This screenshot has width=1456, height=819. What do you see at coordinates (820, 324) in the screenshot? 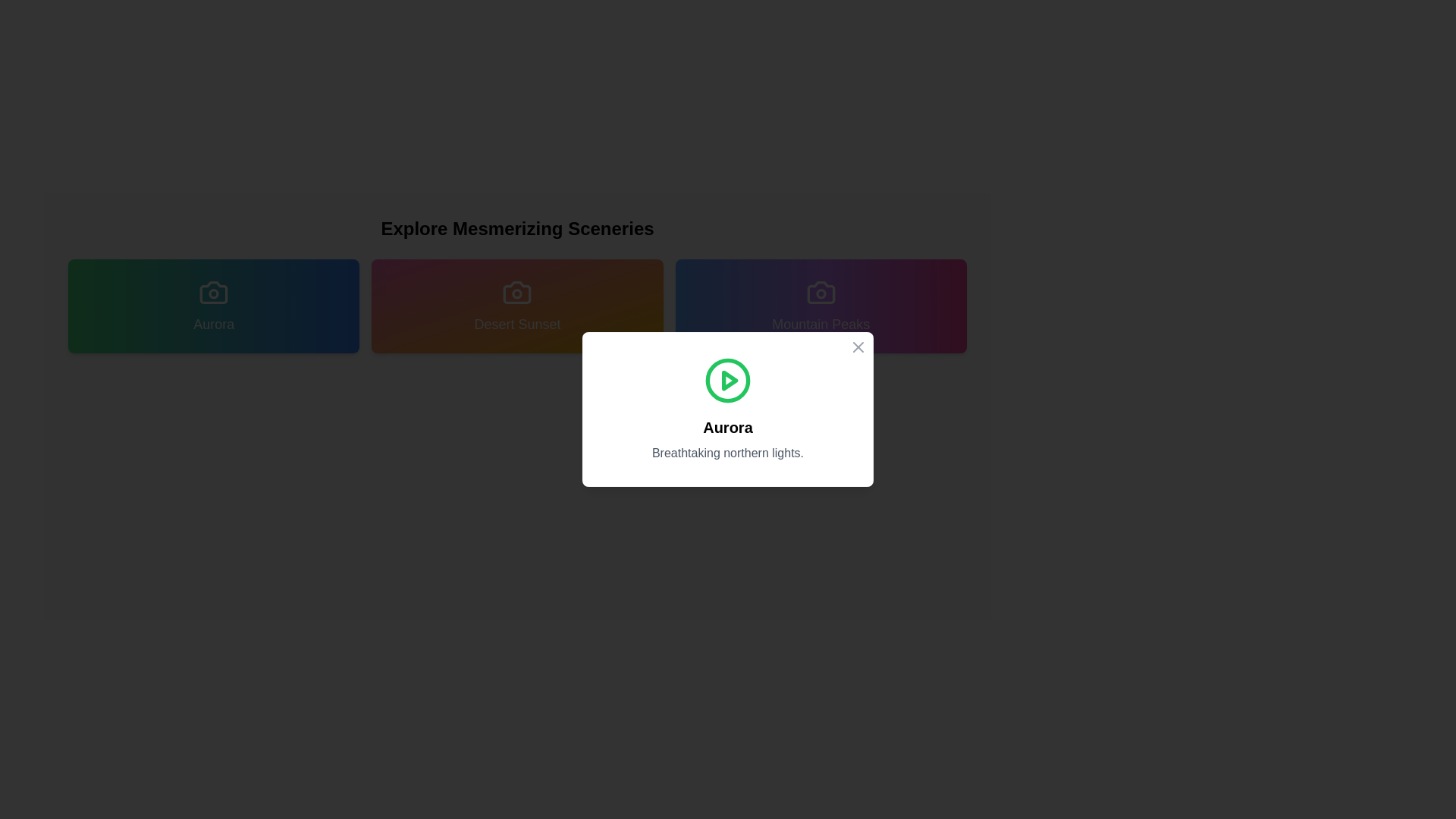
I see `text label indicating the category 'Mountain Peaks' located at the bottom section of the gradient card, positioned below a camera icon` at bounding box center [820, 324].